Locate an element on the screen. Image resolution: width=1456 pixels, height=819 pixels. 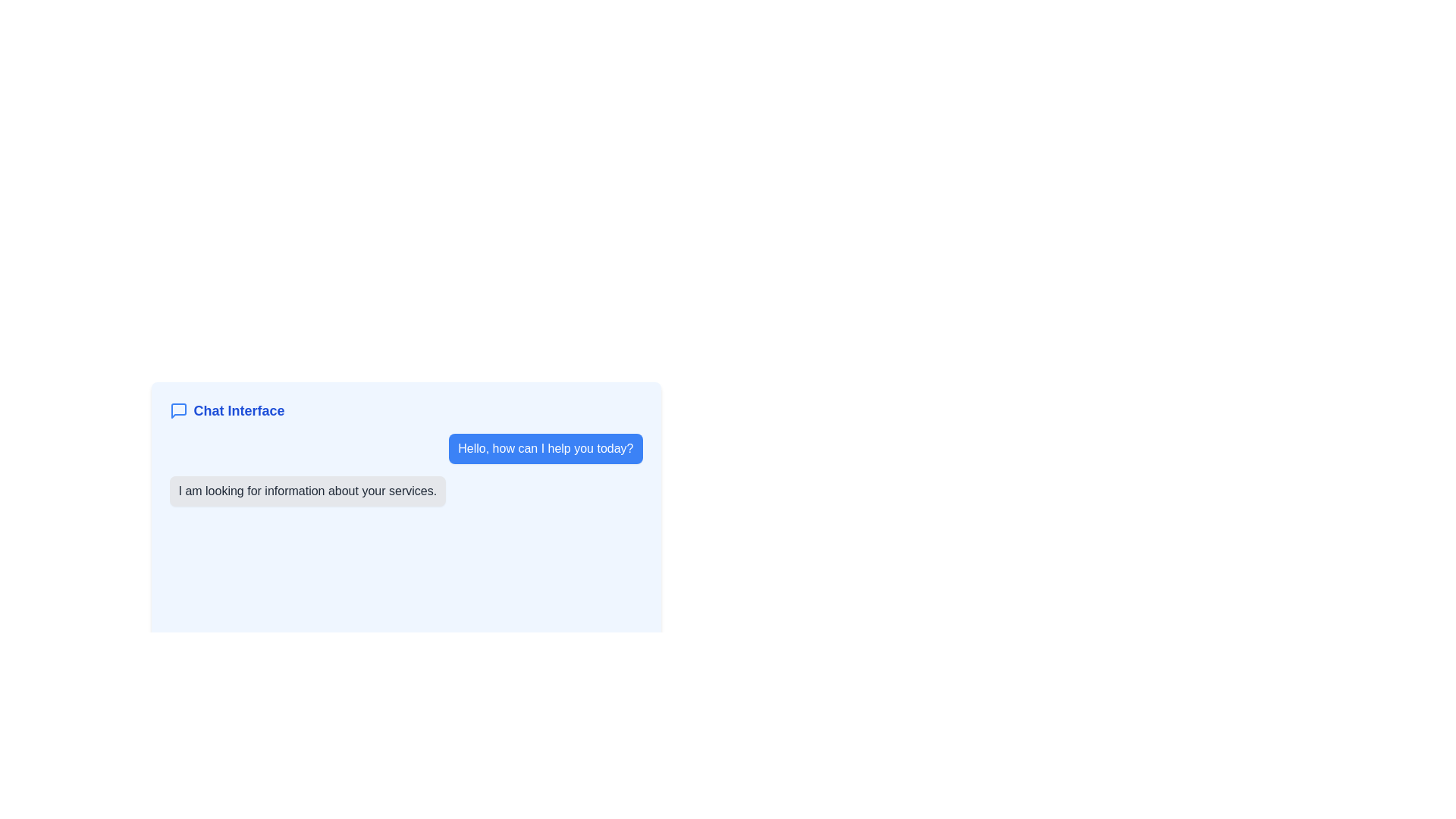
the second message in the chat interface, which displays user input or a conversational reply, positioned below the previous message 'Hello, how can I help you today?' is located at coordinates (406, 491).